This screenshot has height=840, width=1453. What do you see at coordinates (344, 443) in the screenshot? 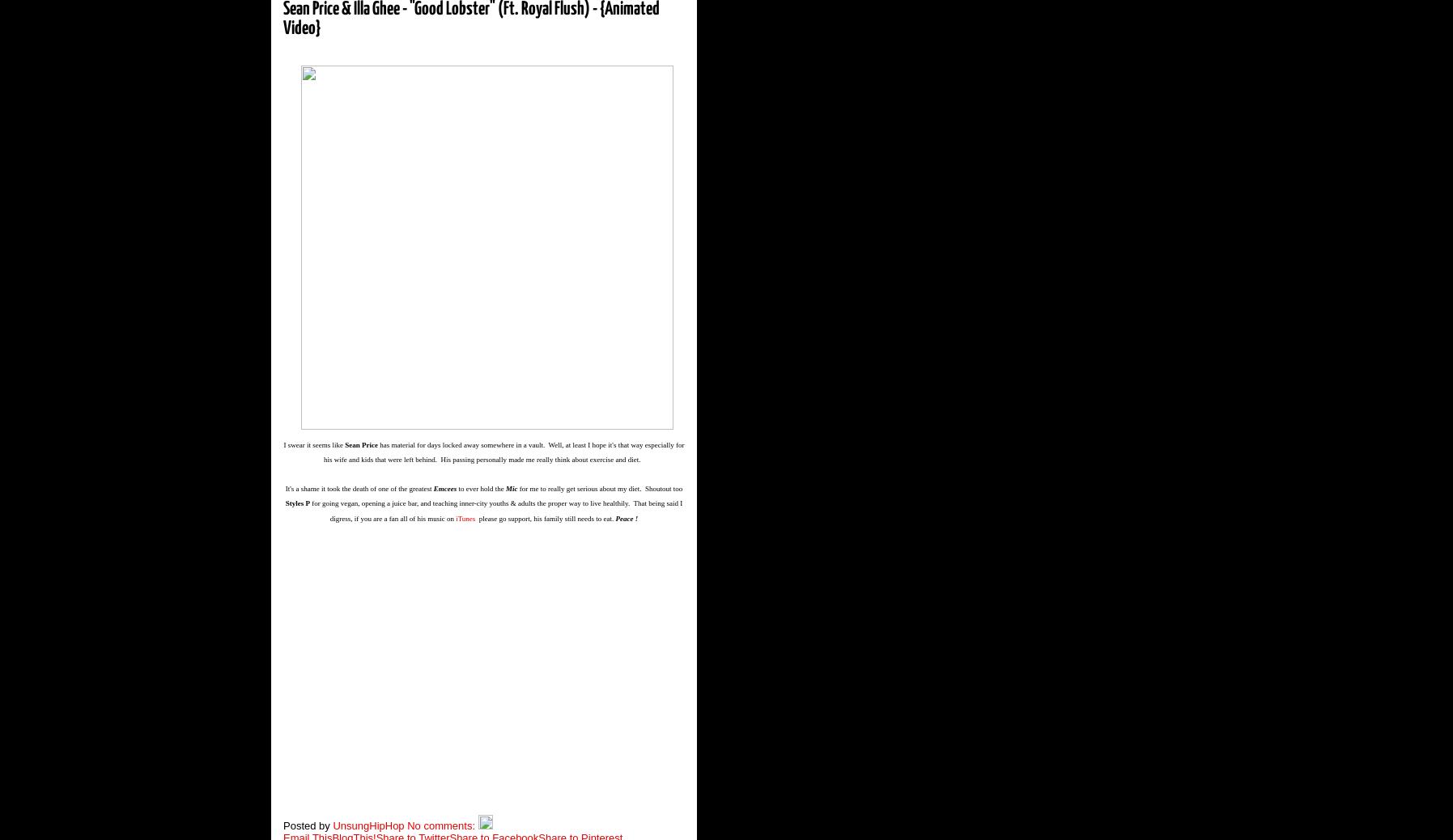
I see `'Sean Price'` at bounding box center [344, 443].